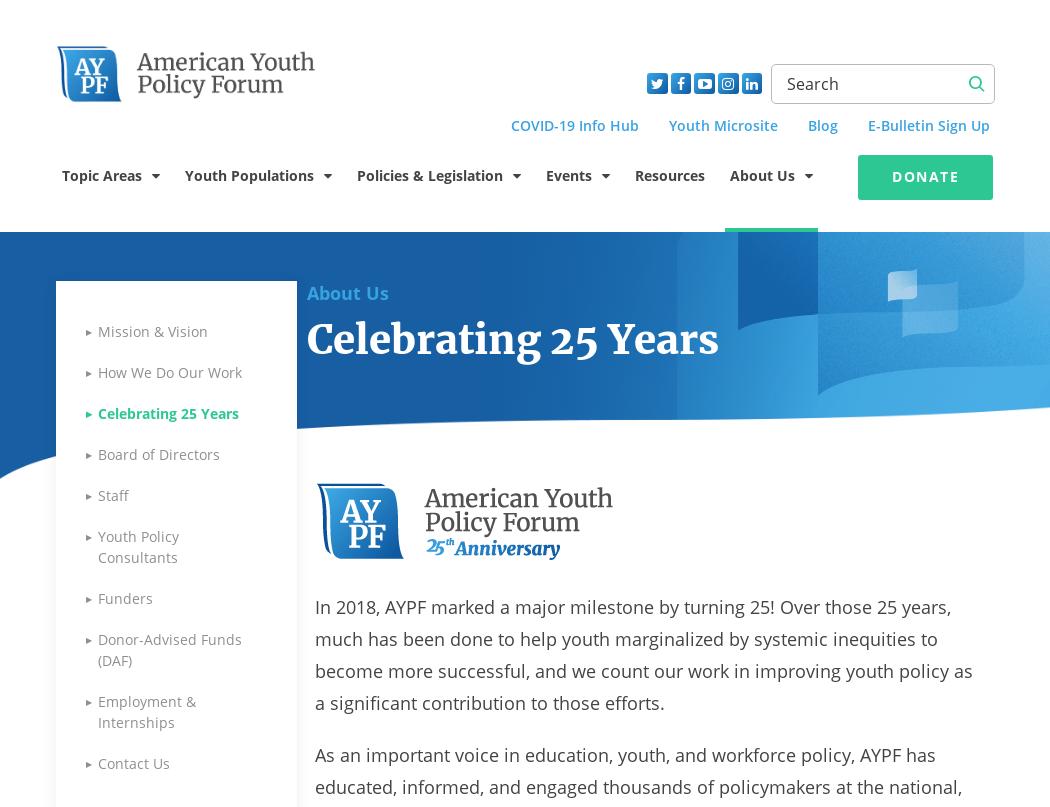 This screenshot has height=807, width=1050. Describe the element at coordinates (260, 432) in the screenshot. I see `'Justice-Involved Youth'` at that location.